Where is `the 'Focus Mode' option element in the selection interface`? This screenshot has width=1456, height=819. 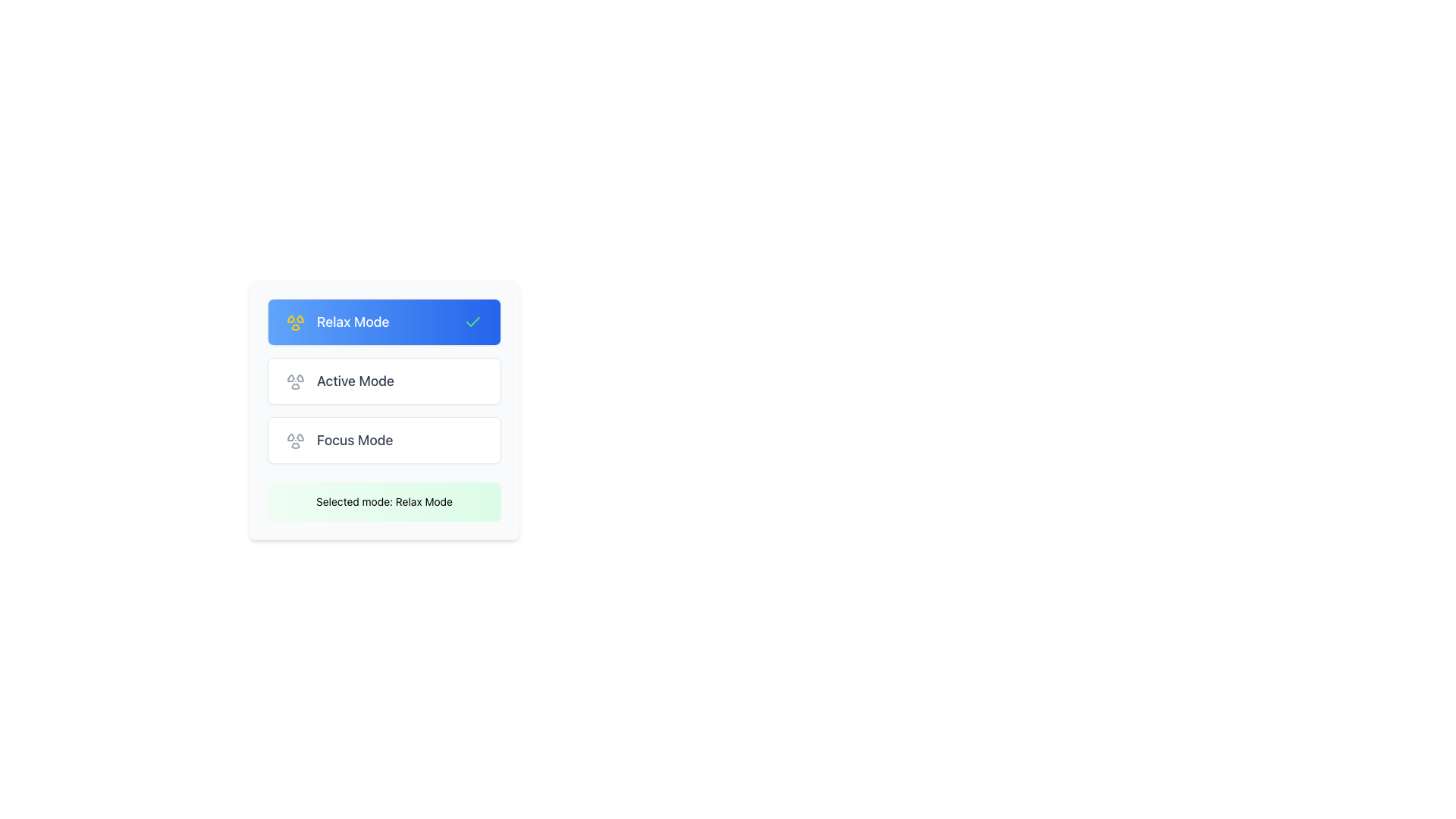 the 'Focus Mode' option element in the selection interface is located at coordinates (339, 441).